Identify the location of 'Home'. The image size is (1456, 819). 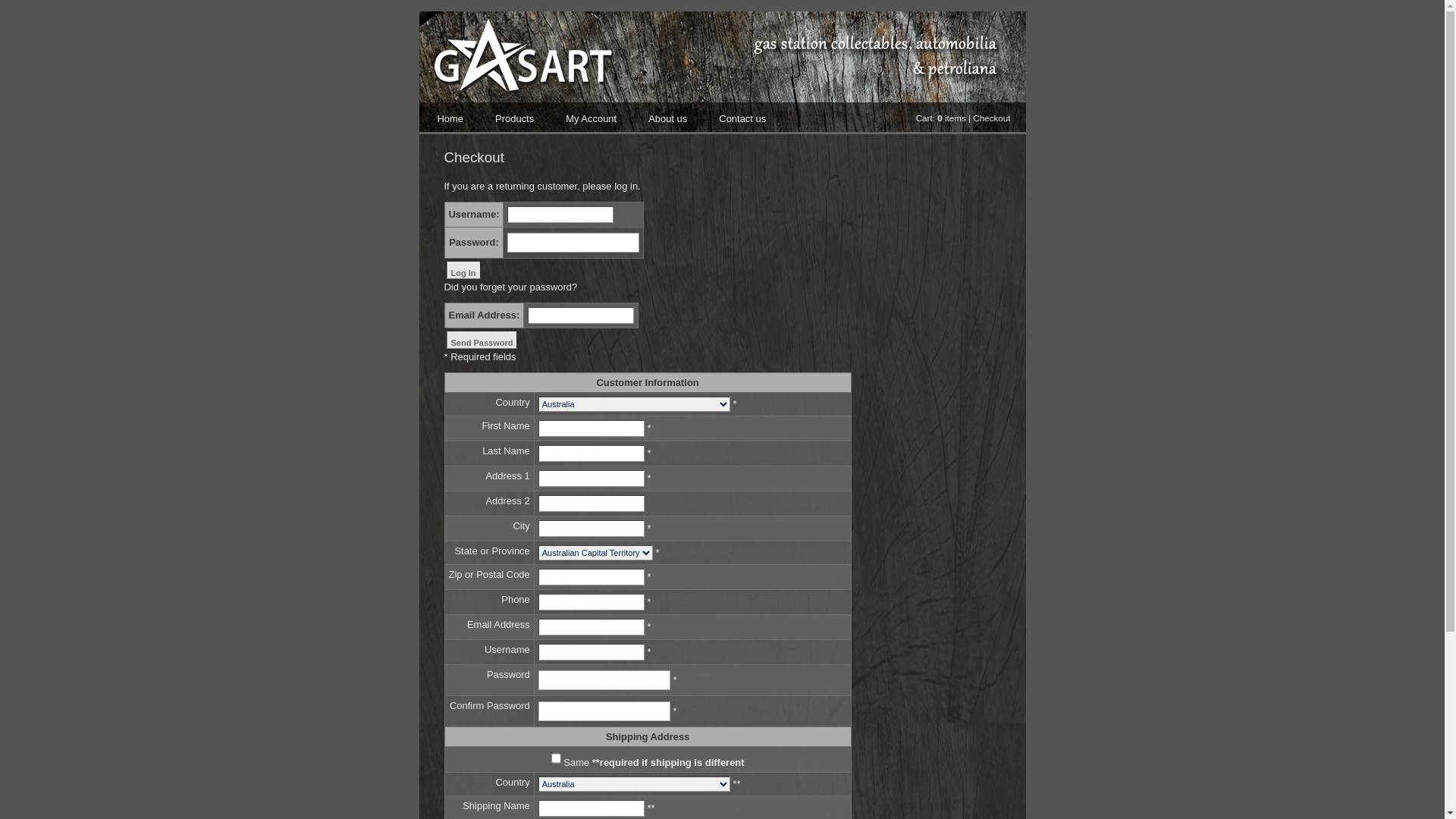
(450, 118).